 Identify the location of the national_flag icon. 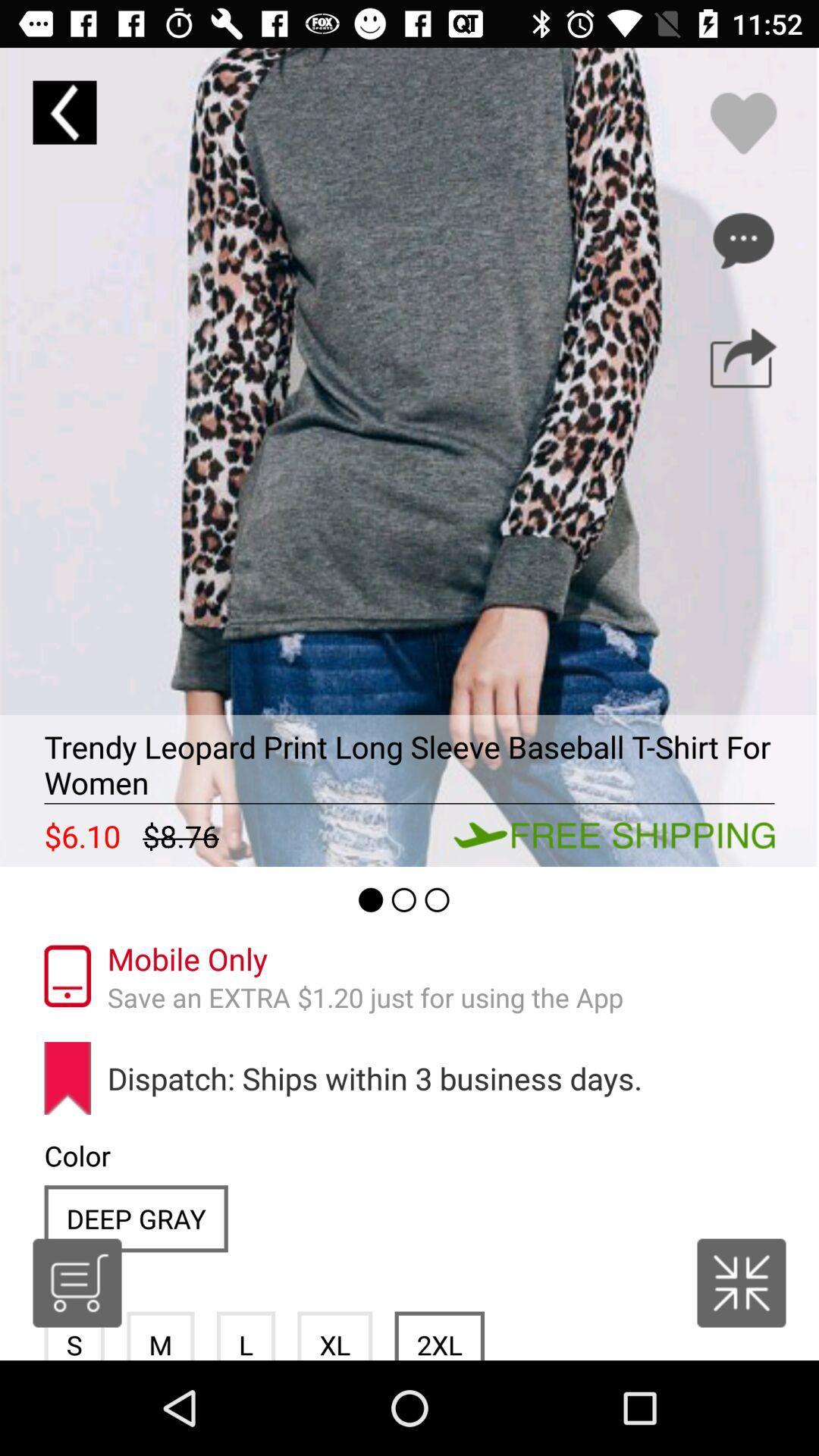
(741, 1282).